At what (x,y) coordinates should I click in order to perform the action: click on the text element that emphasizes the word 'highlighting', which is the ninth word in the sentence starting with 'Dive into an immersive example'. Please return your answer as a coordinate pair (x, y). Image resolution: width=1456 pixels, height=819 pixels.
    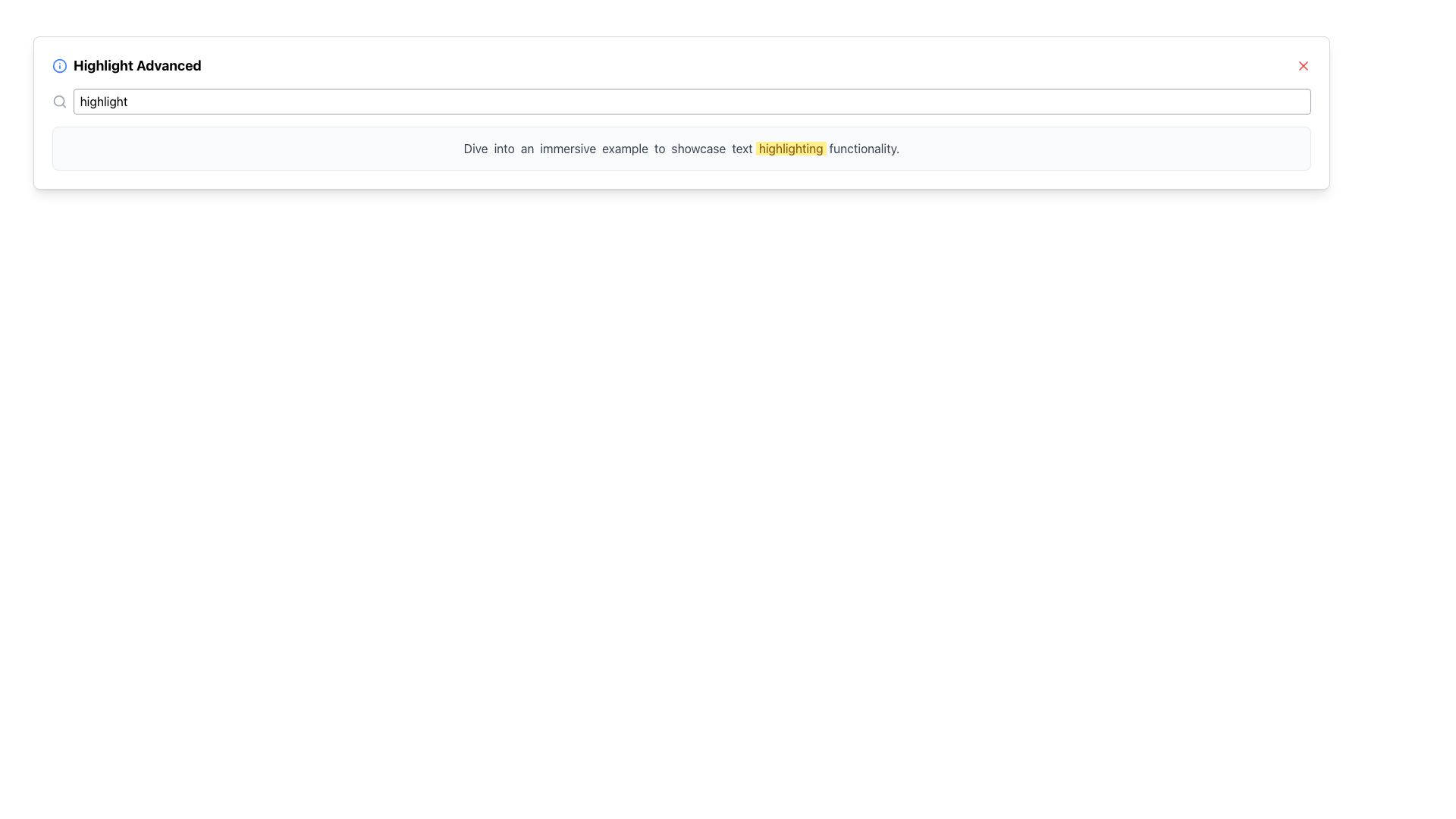
    Looking at the image, I should click on (790, 149).